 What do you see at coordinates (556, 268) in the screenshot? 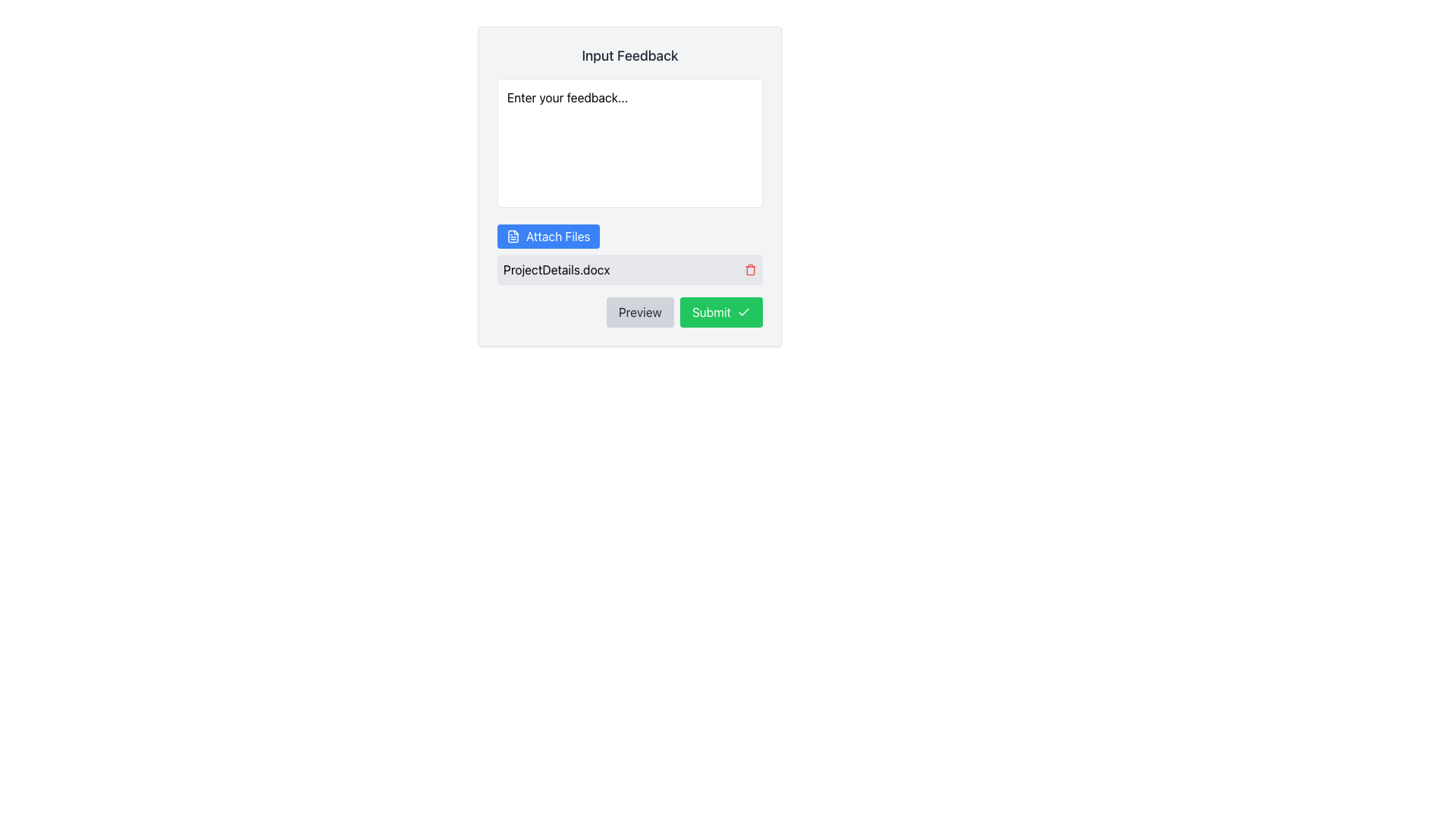
I see `the static text label displaying the file name 'ProjectDetails.docx', which is positioned within a light gray background area below the 'Attach Files' button in the 'Input Feedback' interface` at bounding box center [556, 268].